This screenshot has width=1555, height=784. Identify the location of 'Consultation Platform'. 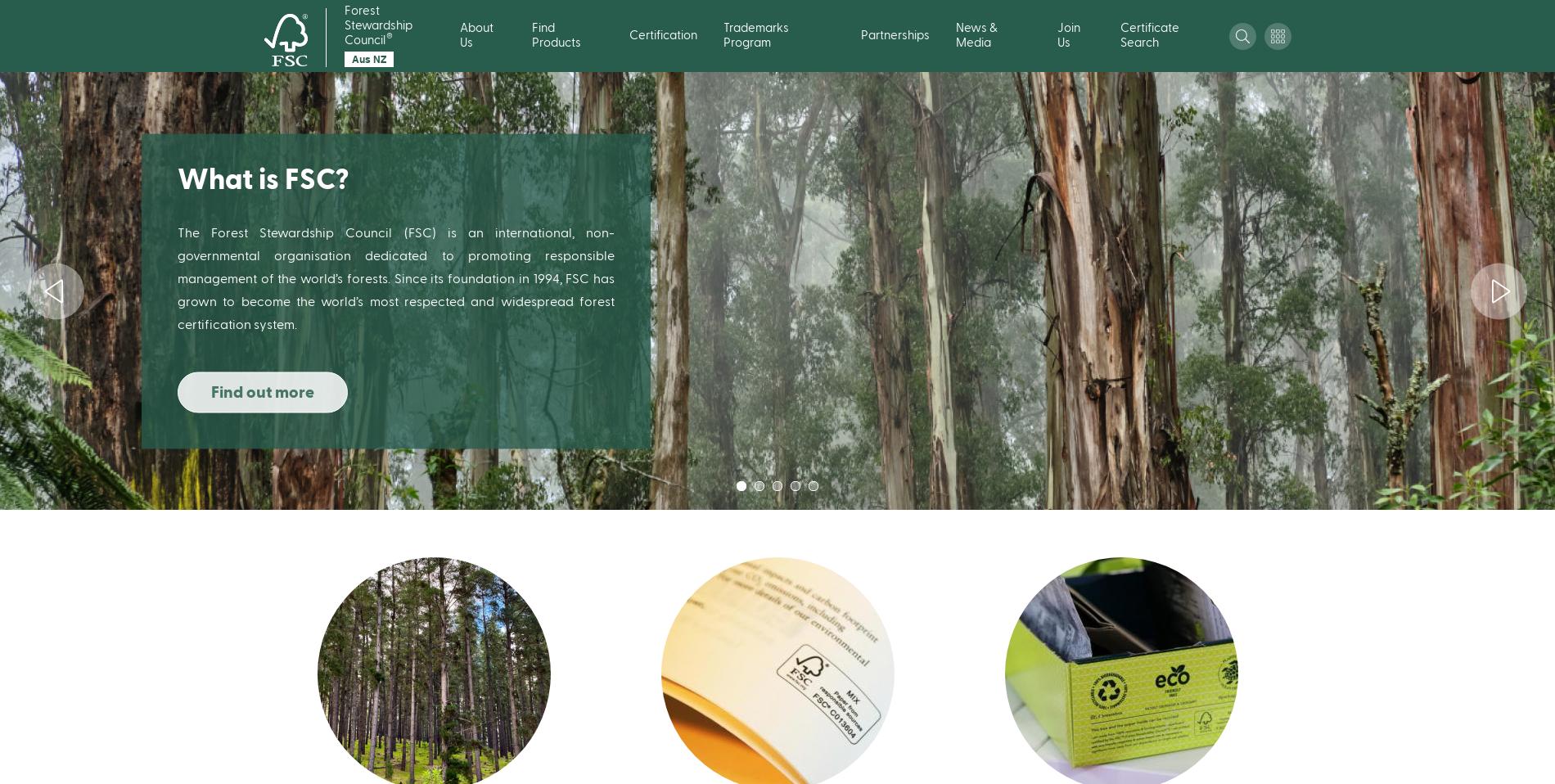
(1256, 275).